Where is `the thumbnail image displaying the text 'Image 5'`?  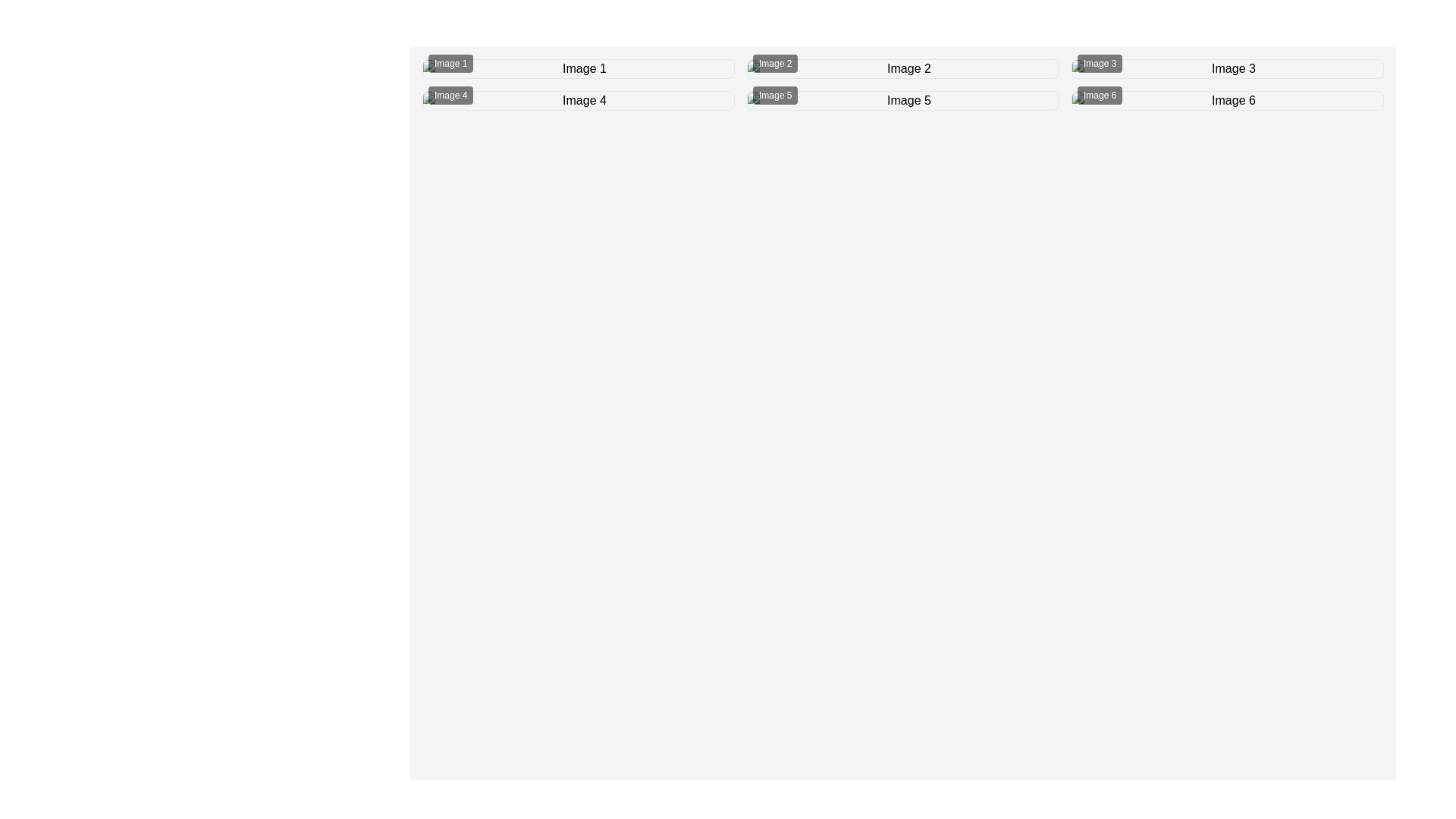 the thumbnail image displaying the text 'Image 5' is located at coordinates (902, 100).